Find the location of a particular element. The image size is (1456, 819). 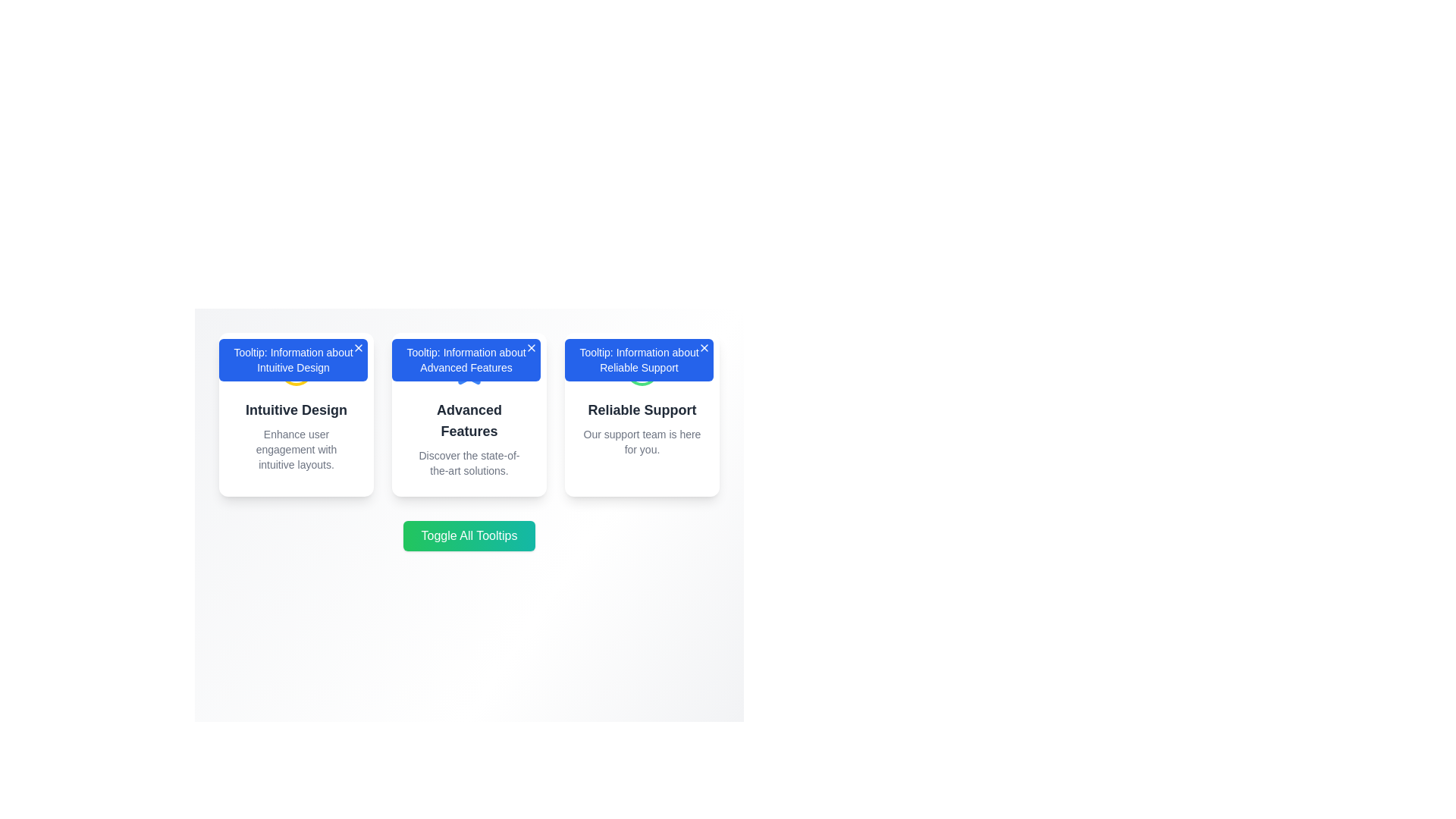

the text label positioned at the bottom of the card beneath the heading 'Intuitive Design' in the three-card panel is located at coordinates (296, 449).